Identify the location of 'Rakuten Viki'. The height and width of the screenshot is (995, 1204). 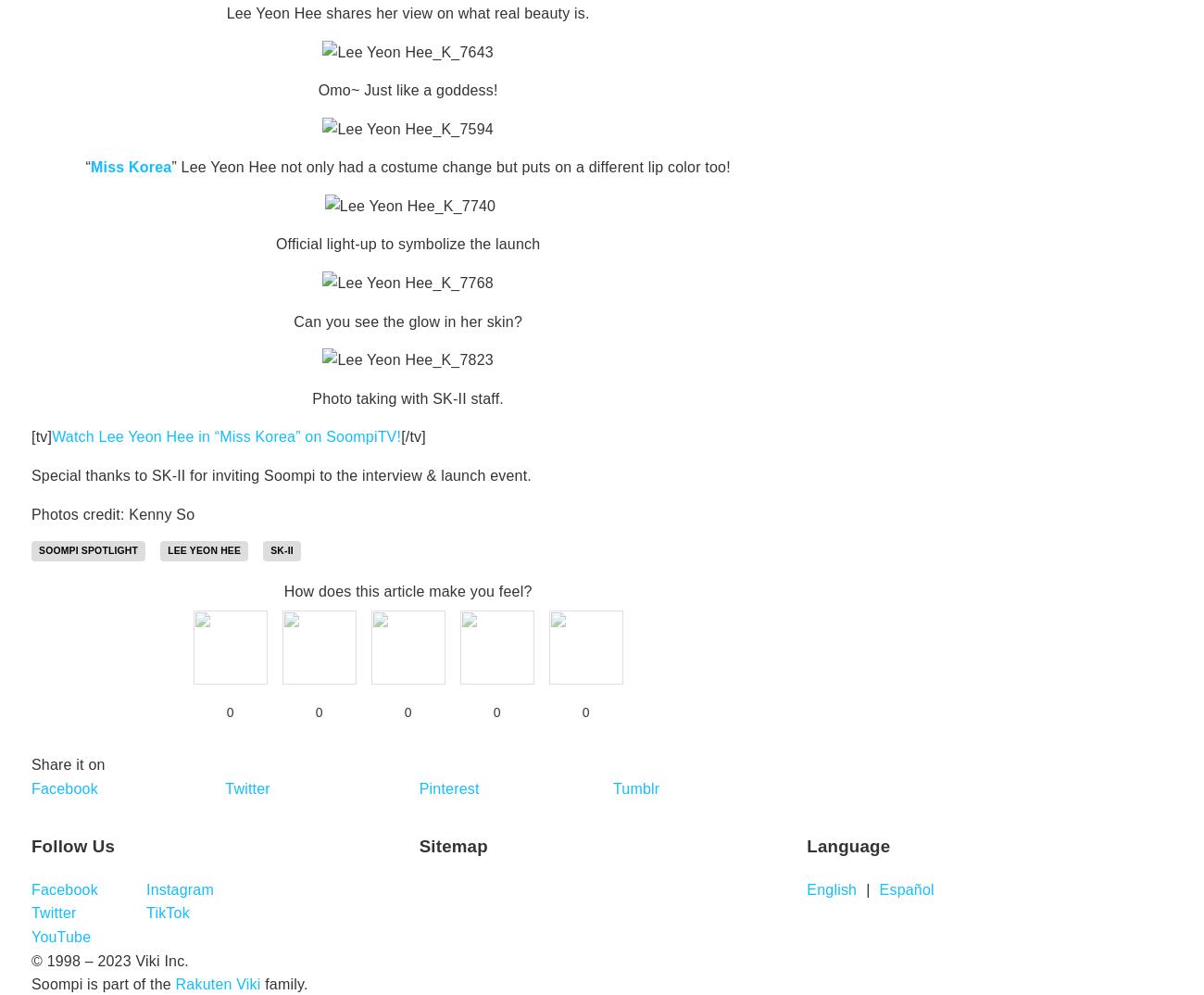
(217, 984).